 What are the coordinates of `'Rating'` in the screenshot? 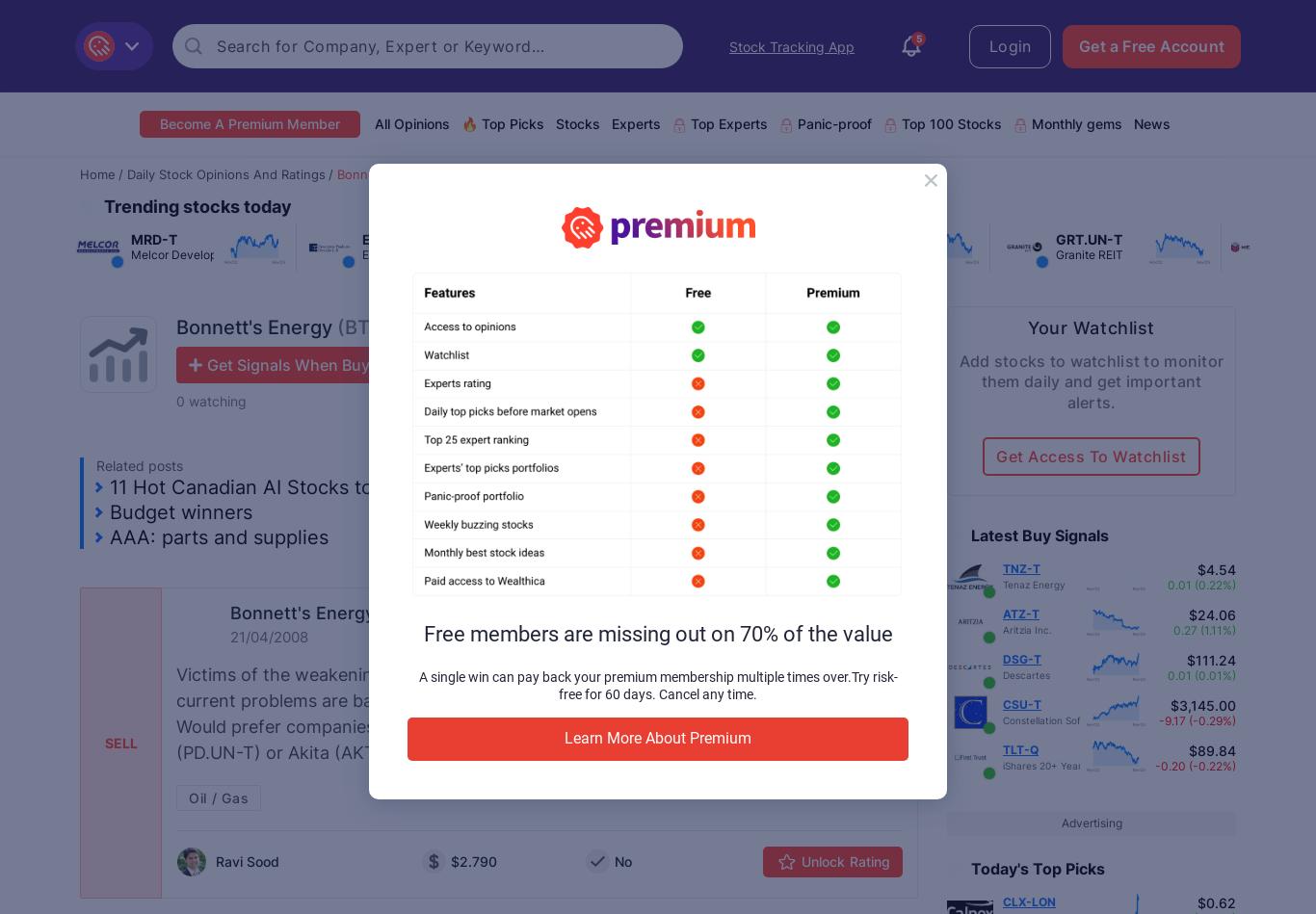 It's located at (869, 860).